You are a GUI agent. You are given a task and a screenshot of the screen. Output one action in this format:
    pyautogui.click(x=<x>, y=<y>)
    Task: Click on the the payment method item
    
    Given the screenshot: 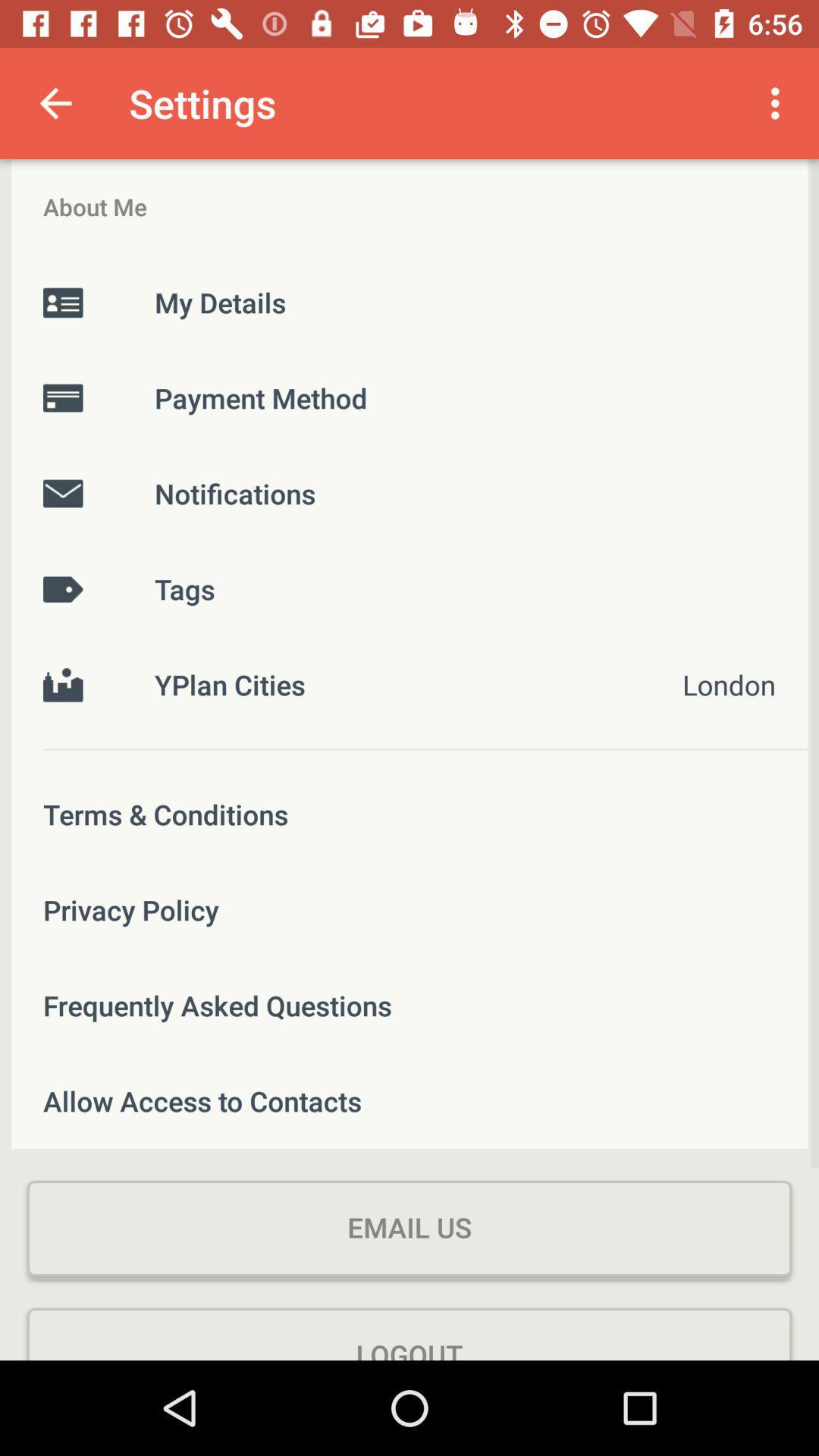 What is the action you would take?
    pyautogui.click(x=409, y=397)
    